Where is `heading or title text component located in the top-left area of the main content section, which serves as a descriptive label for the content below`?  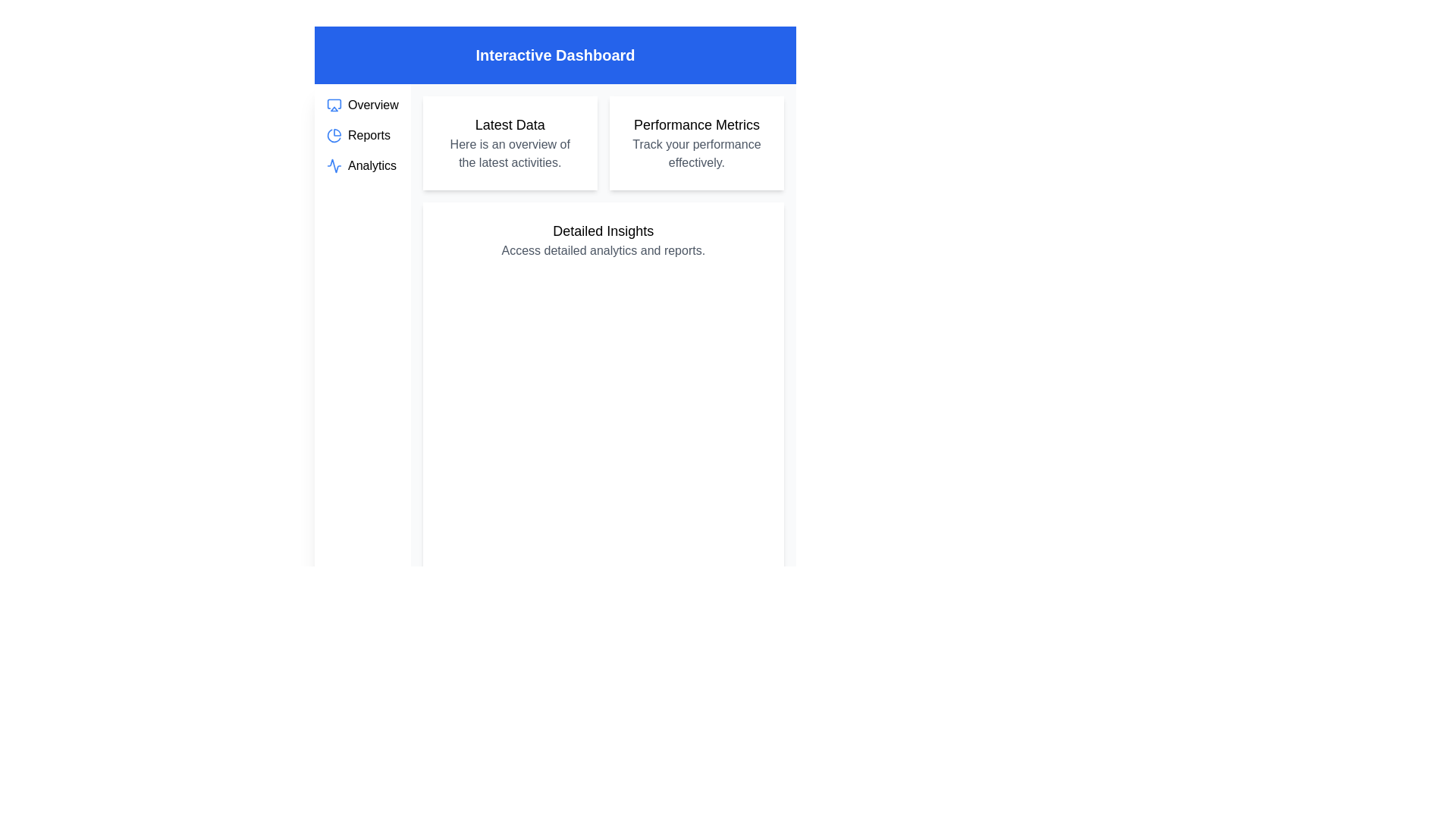 heading or title text component located in the top-left area of the main content section, which serves as a descriptive label for the content below is located at coordinates (510, 124).